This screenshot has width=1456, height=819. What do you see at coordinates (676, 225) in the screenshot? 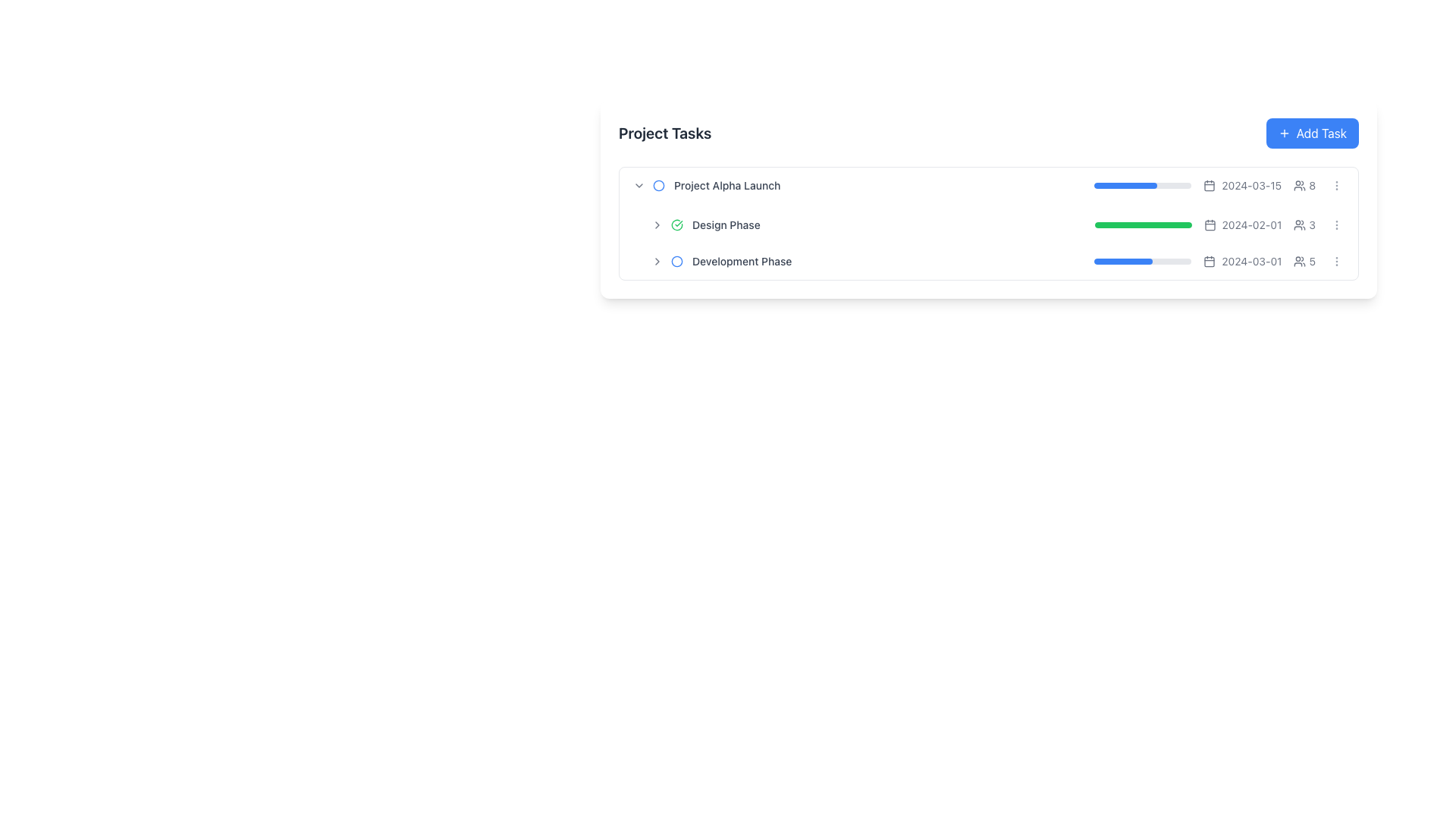
I see `the vector graphic icon indicating the completion status of the 'Design Phase' task, located to the left of the 'Design Phase' label in the task list` at bounding box center [676, 225].